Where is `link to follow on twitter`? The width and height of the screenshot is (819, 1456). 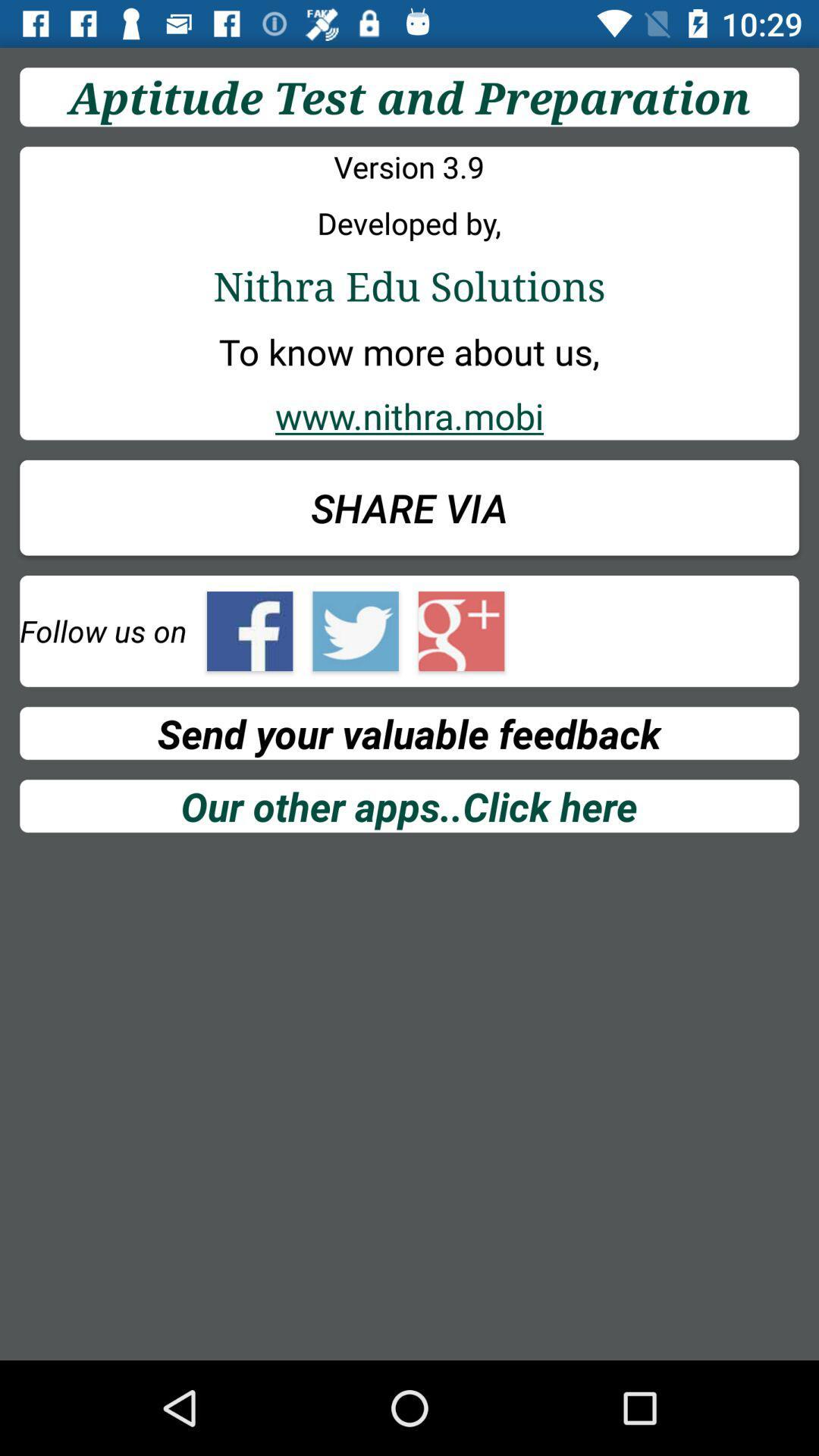 link to follow on twitter is located at coordinates (356, 631).